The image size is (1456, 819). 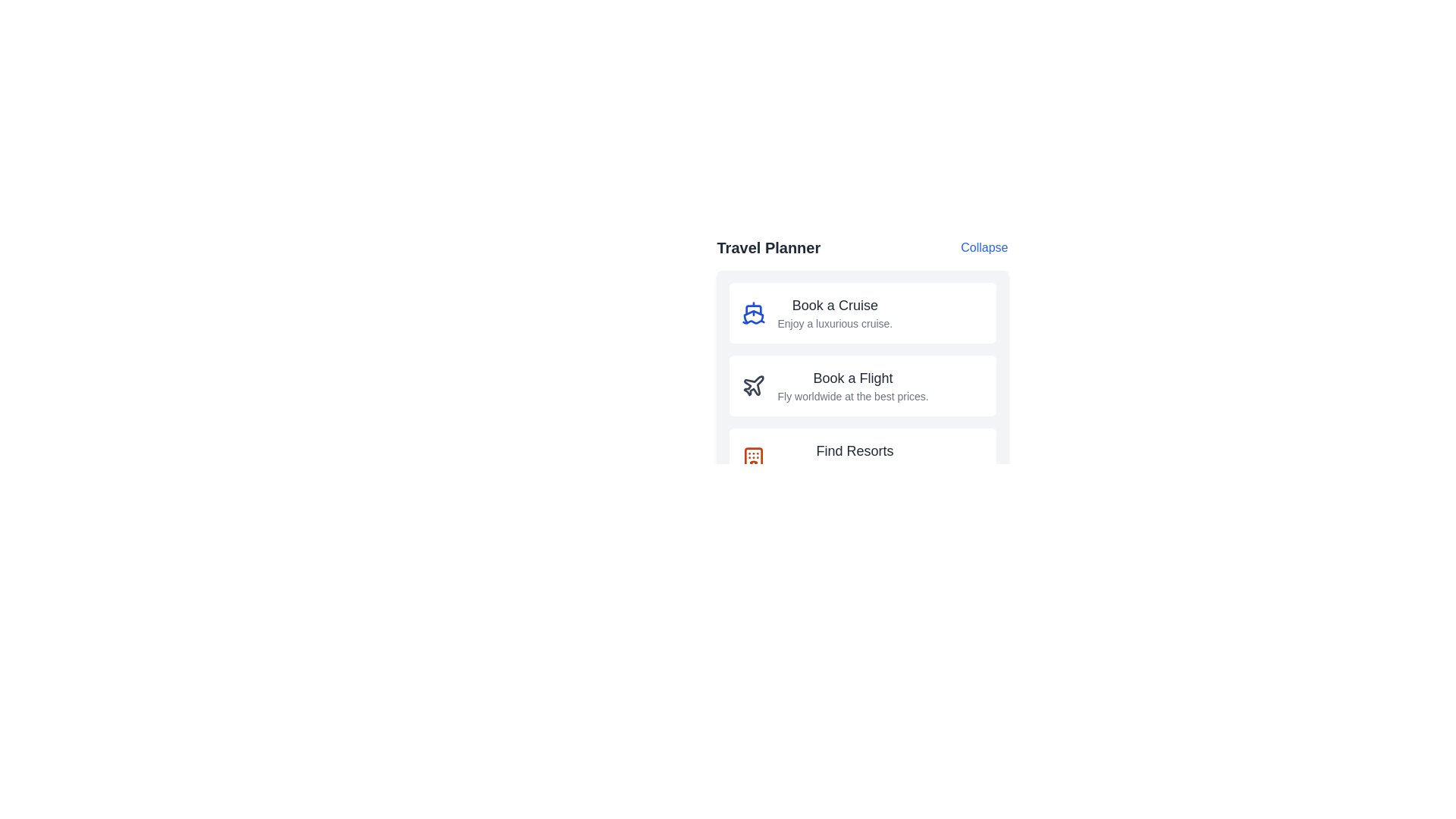 I want to click on the airplane icon representing the 'Book a Flight' option located in the second item of the vertical list under the 'Travel Planner' heading, so click(x=753, y=385).